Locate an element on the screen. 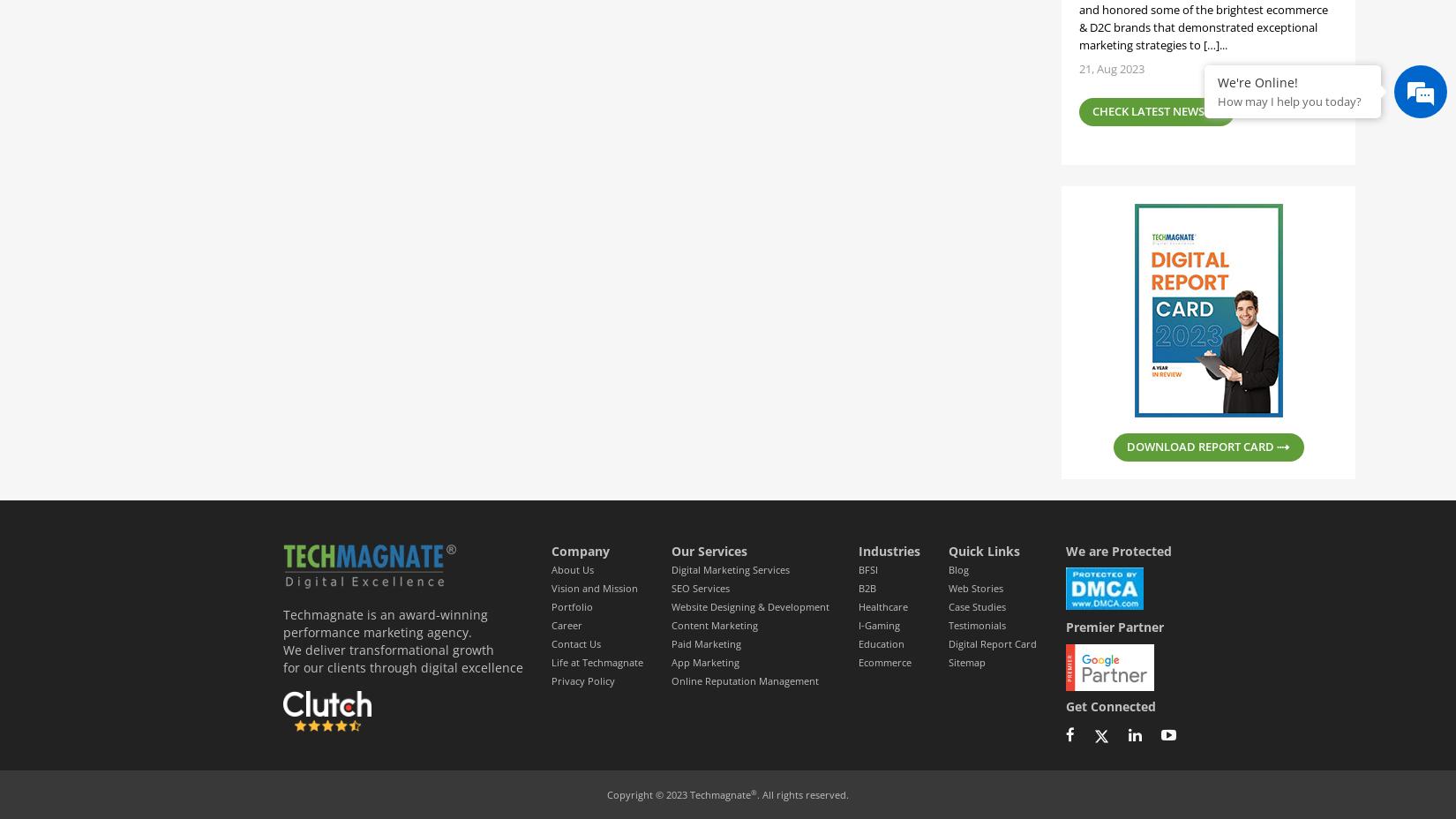 The image size is (1456, 819). 'Healthcare' is located at coordinates (882, 606).